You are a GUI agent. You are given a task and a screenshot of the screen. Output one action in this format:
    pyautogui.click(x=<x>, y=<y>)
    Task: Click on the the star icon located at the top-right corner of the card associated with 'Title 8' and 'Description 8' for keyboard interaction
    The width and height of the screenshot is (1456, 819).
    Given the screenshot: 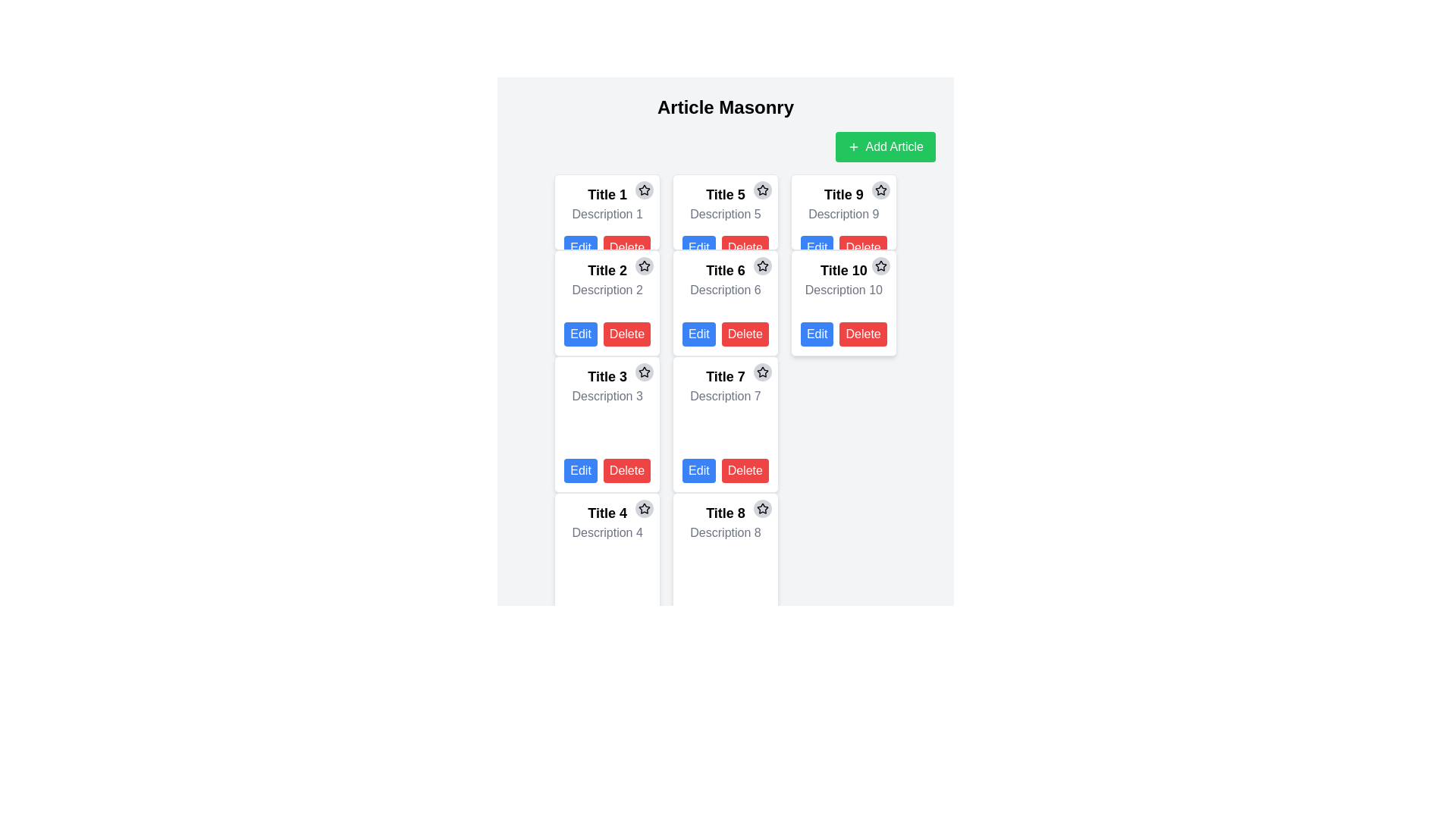 What is the action you would take?
    pyautogui.click(x=762, y=509)
    